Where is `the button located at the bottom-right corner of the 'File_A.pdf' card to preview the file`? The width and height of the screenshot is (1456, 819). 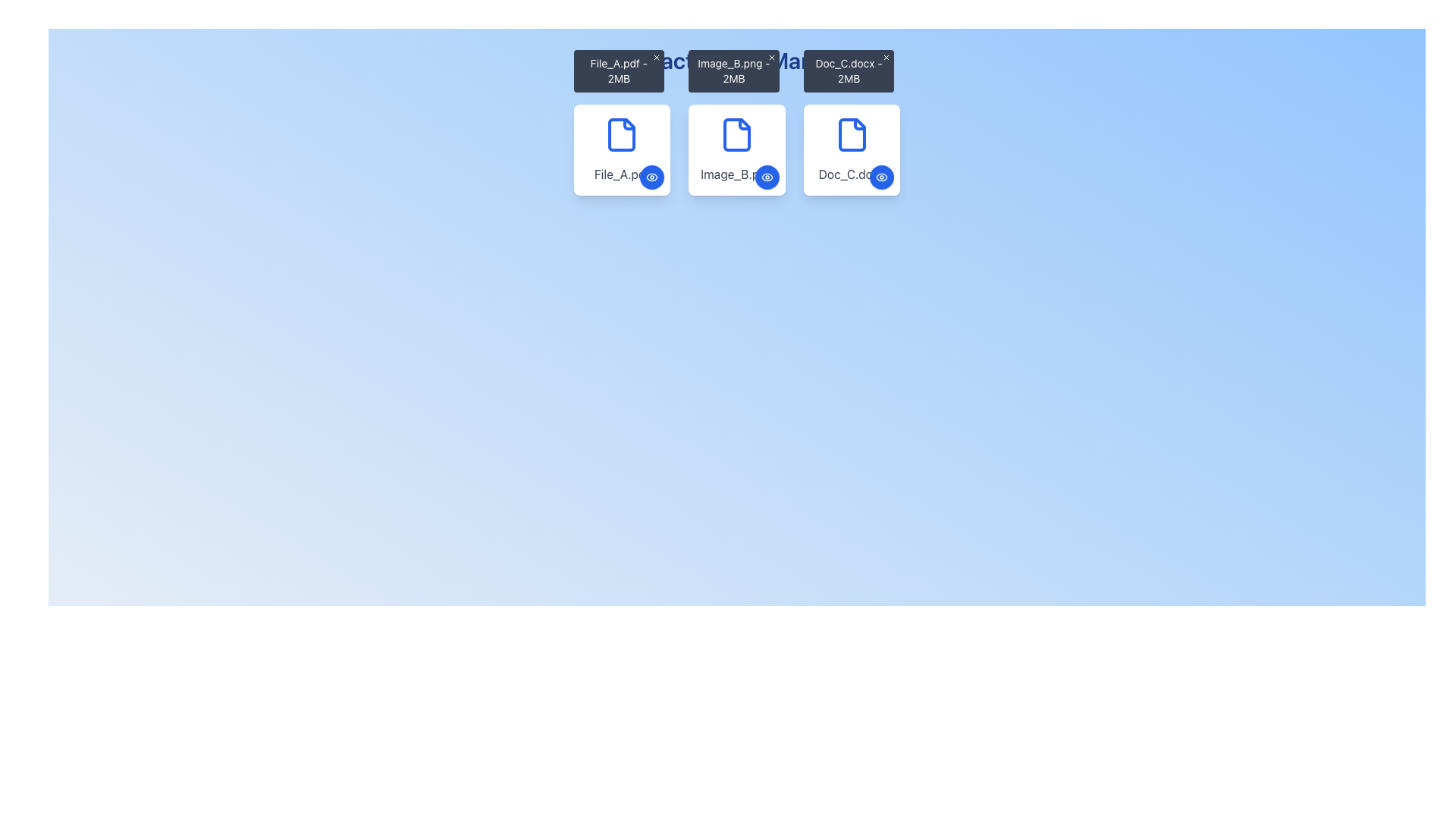
the button located at the bottom-right corner of the 'File_A.pdf' card to preview the file is located at coordinates (652, 177).